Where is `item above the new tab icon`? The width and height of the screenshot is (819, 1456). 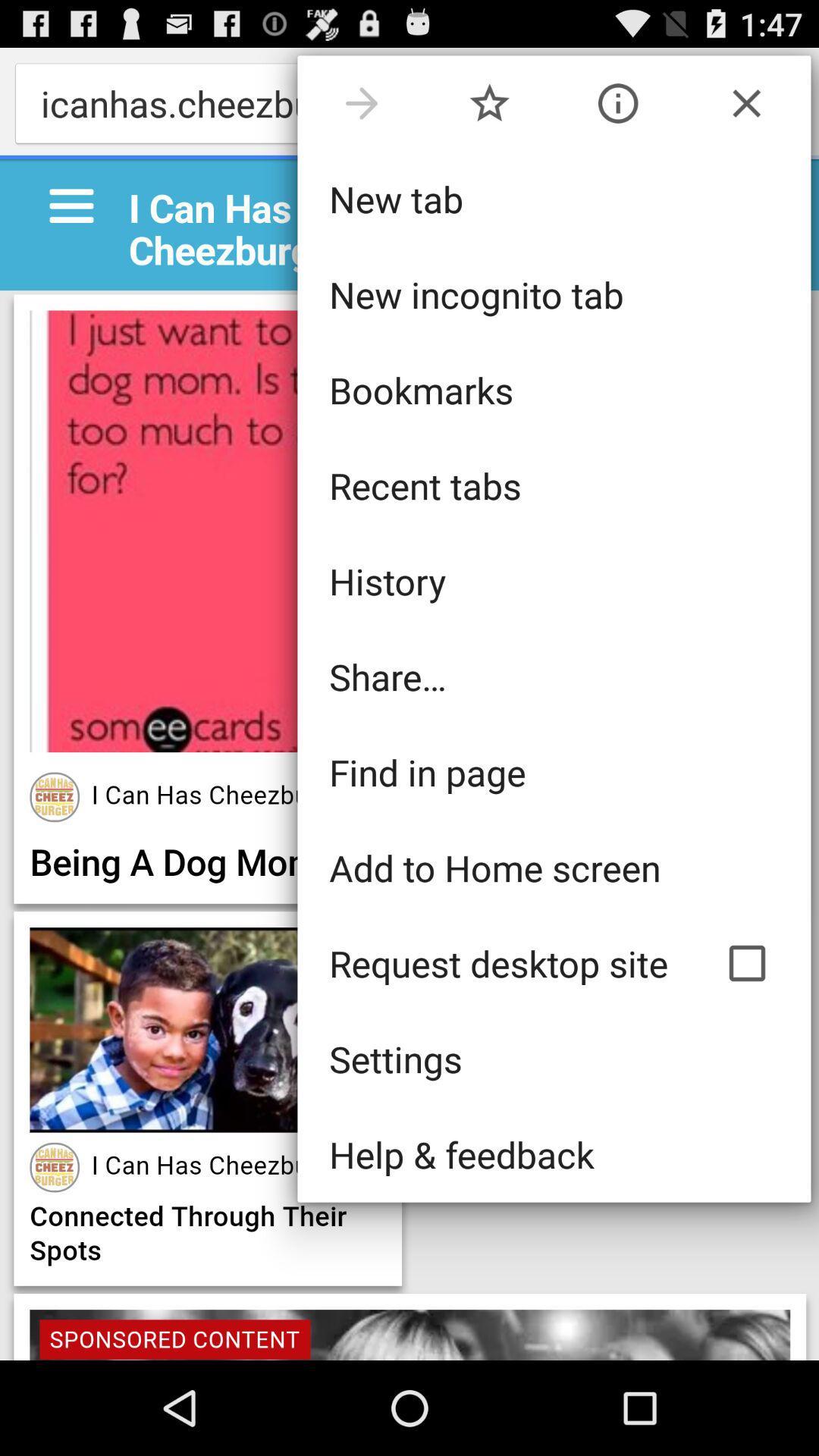 item above the new tab icon is located at coordinates (489, 102).